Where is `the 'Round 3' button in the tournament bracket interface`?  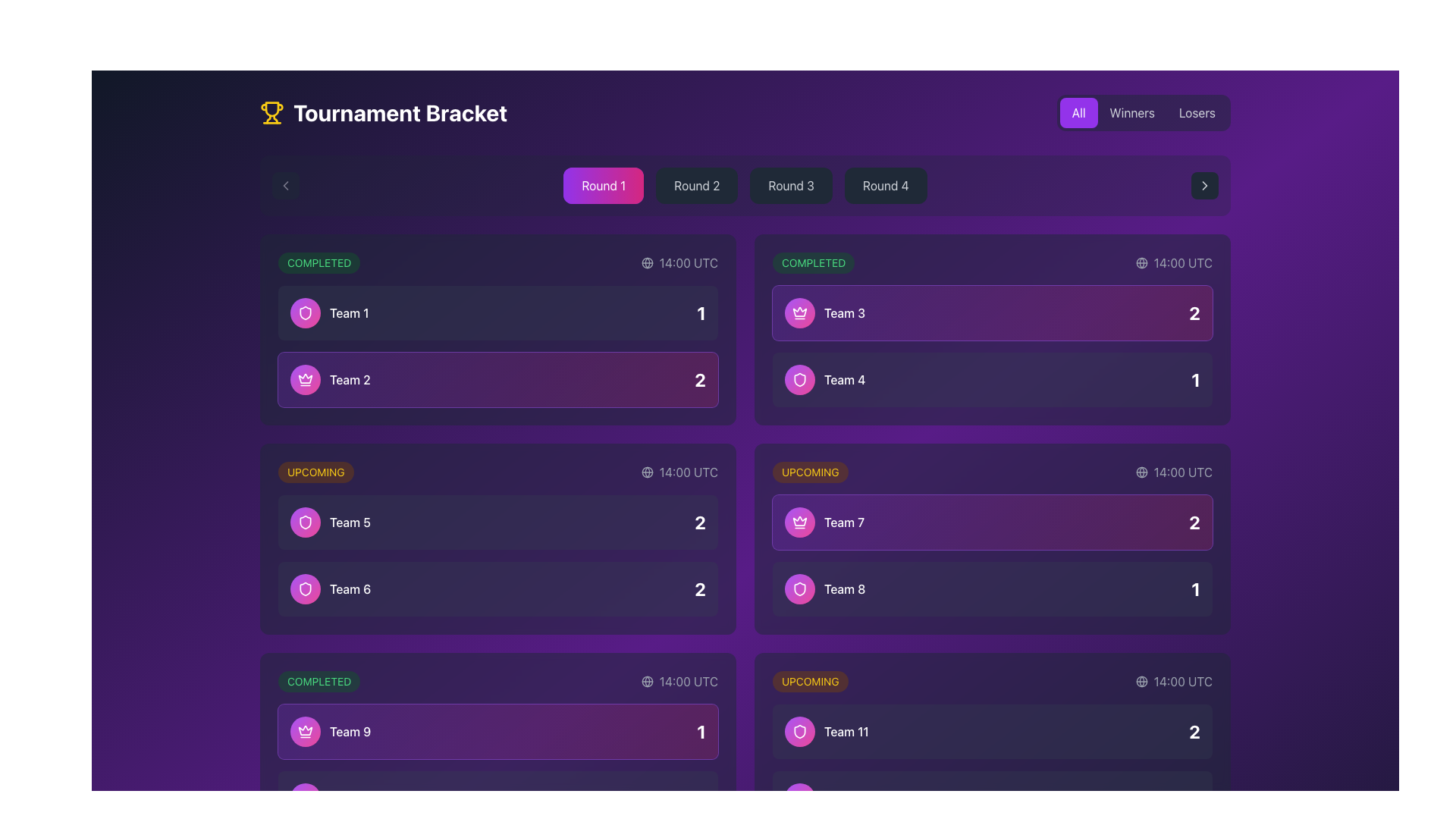 the 'Round 3' button in the tournament bracket interface is located at coordinates (790, 185).